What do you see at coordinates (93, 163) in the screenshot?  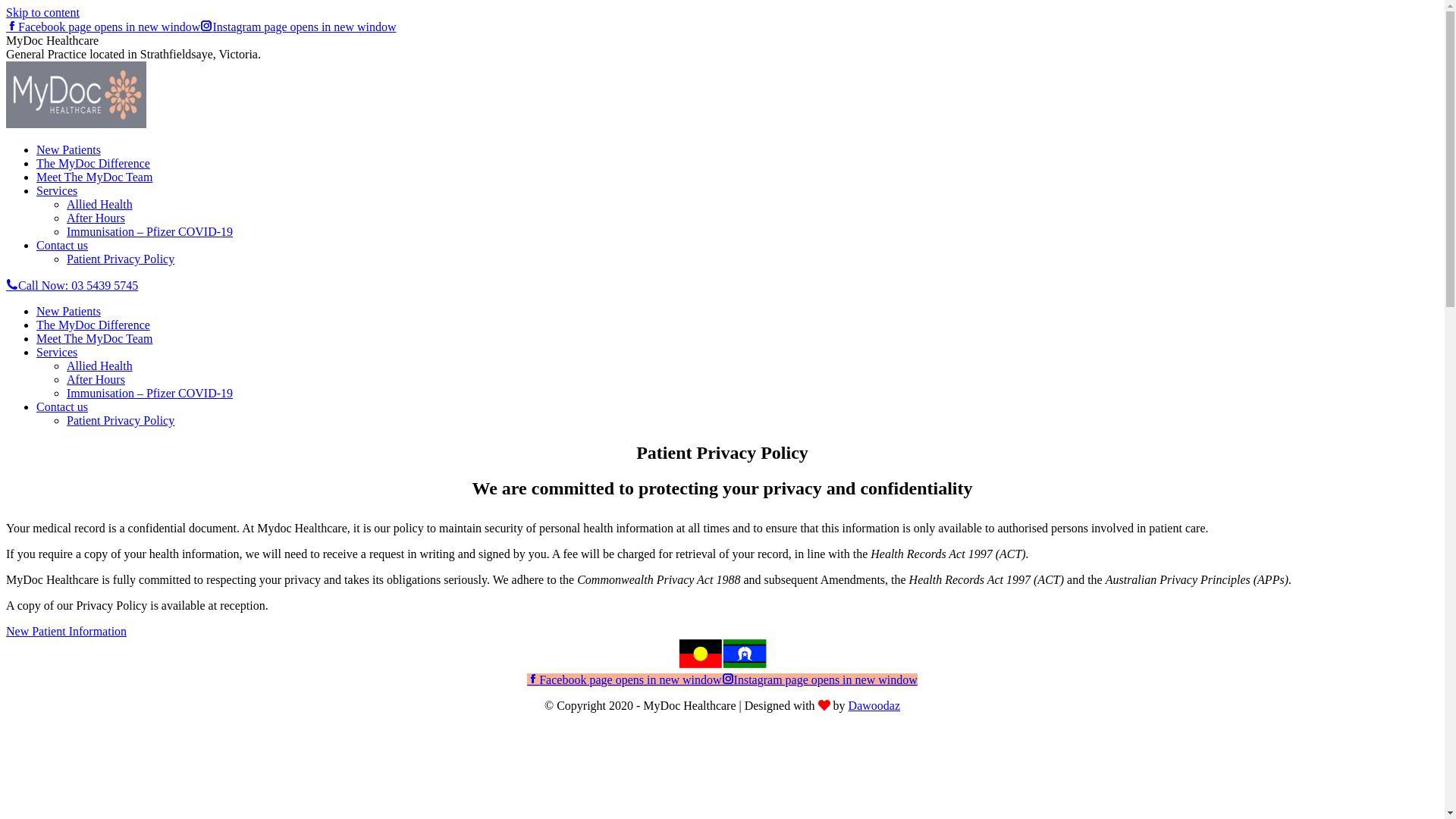 I see `'The MyDoc Difference'` at bounding box center [93, 163].